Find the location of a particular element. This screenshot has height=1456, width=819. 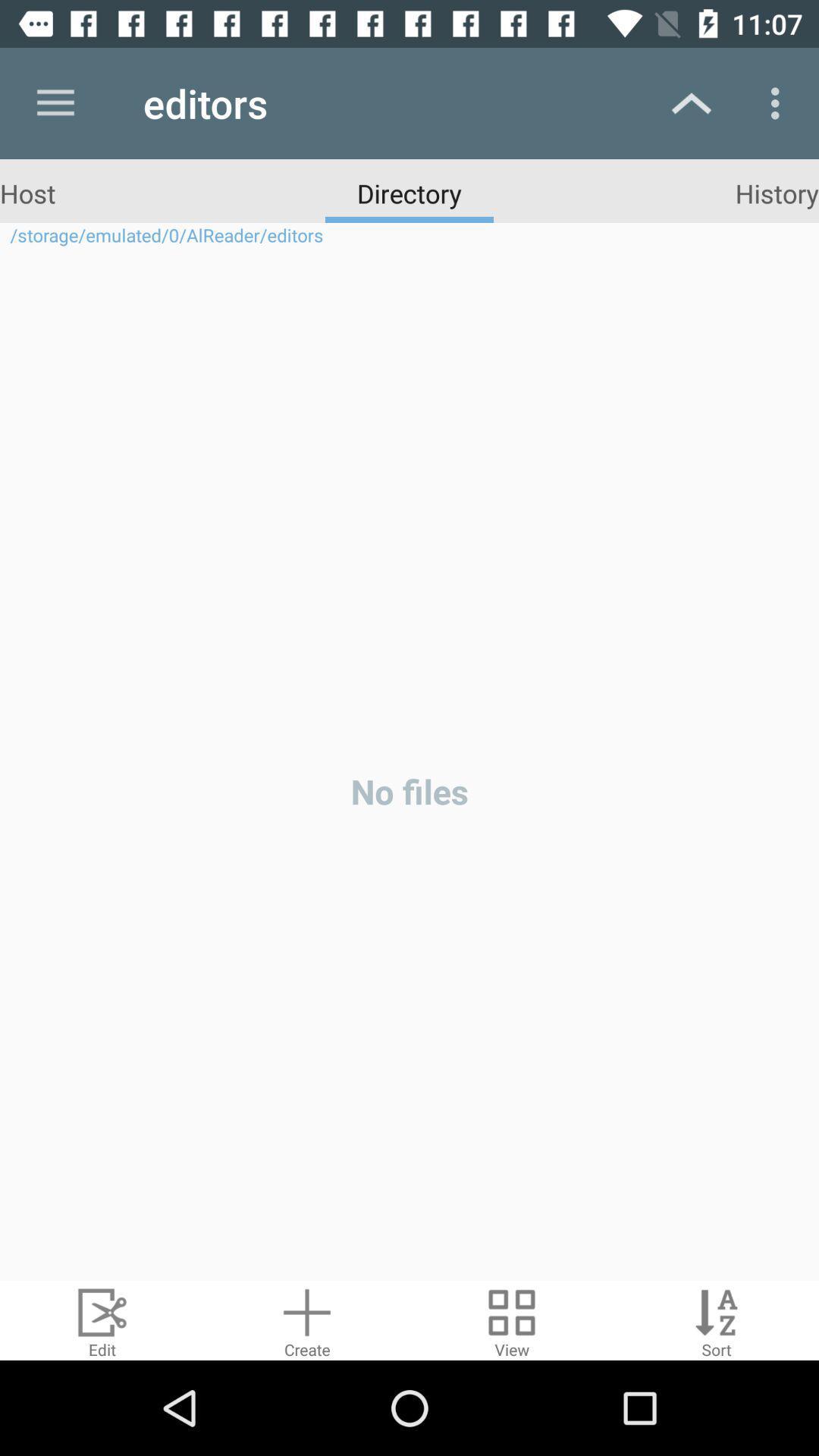

the host app is located at coordinates (27, 192).